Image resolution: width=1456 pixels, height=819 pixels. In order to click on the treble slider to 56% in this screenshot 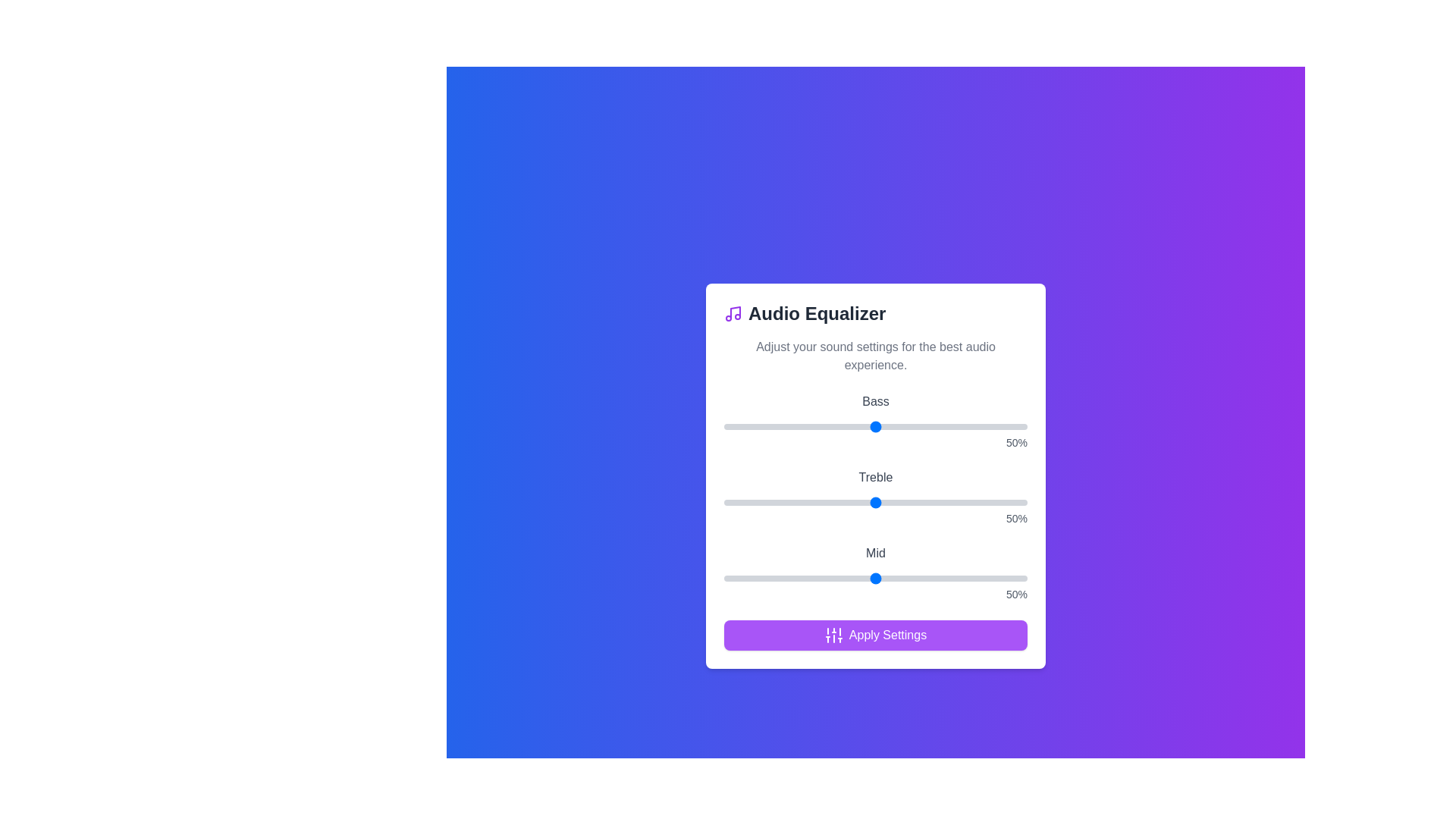, I will do `click(894, 503)`.